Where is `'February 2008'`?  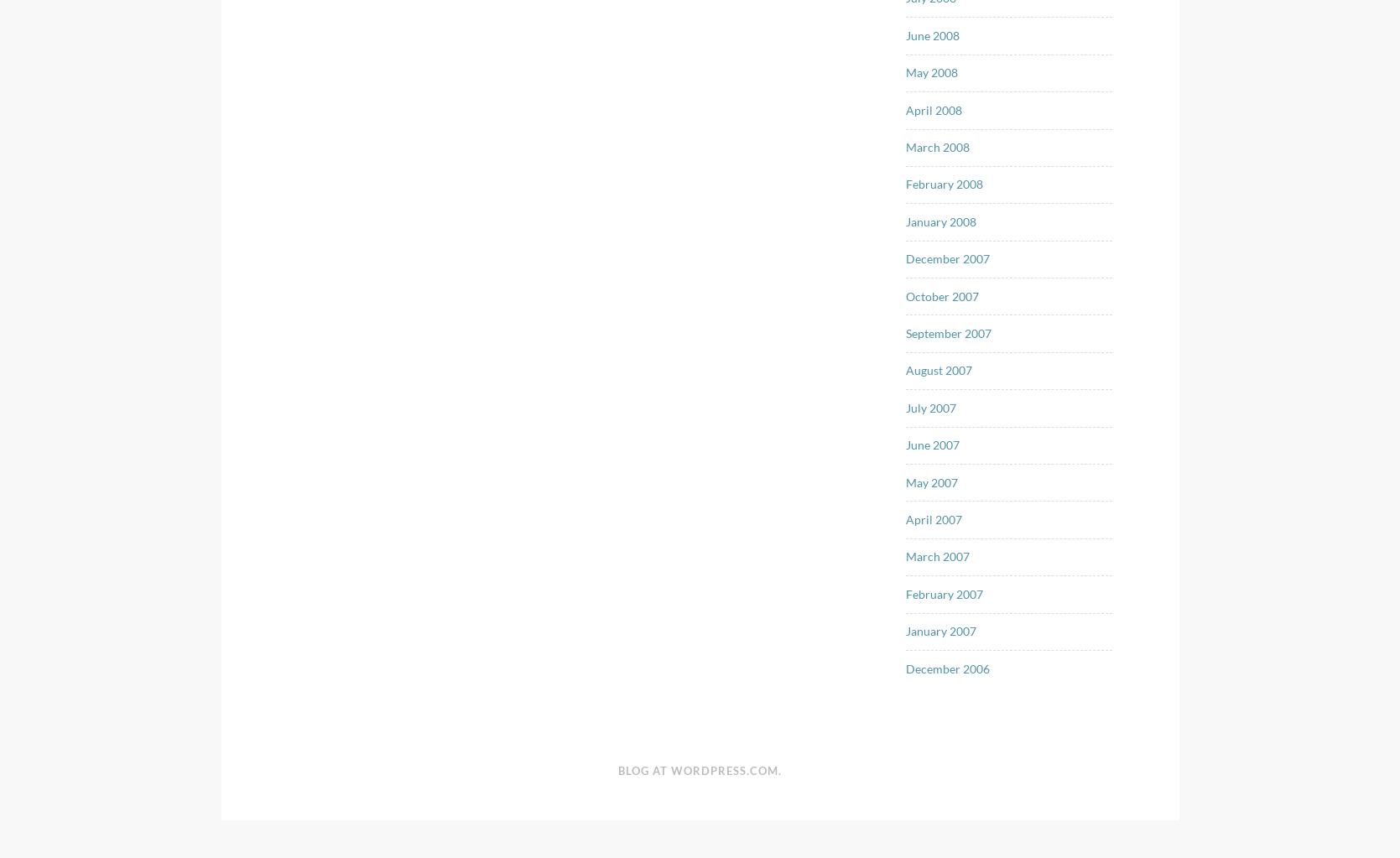 'February 2008' is located at coordinates (945, 183).